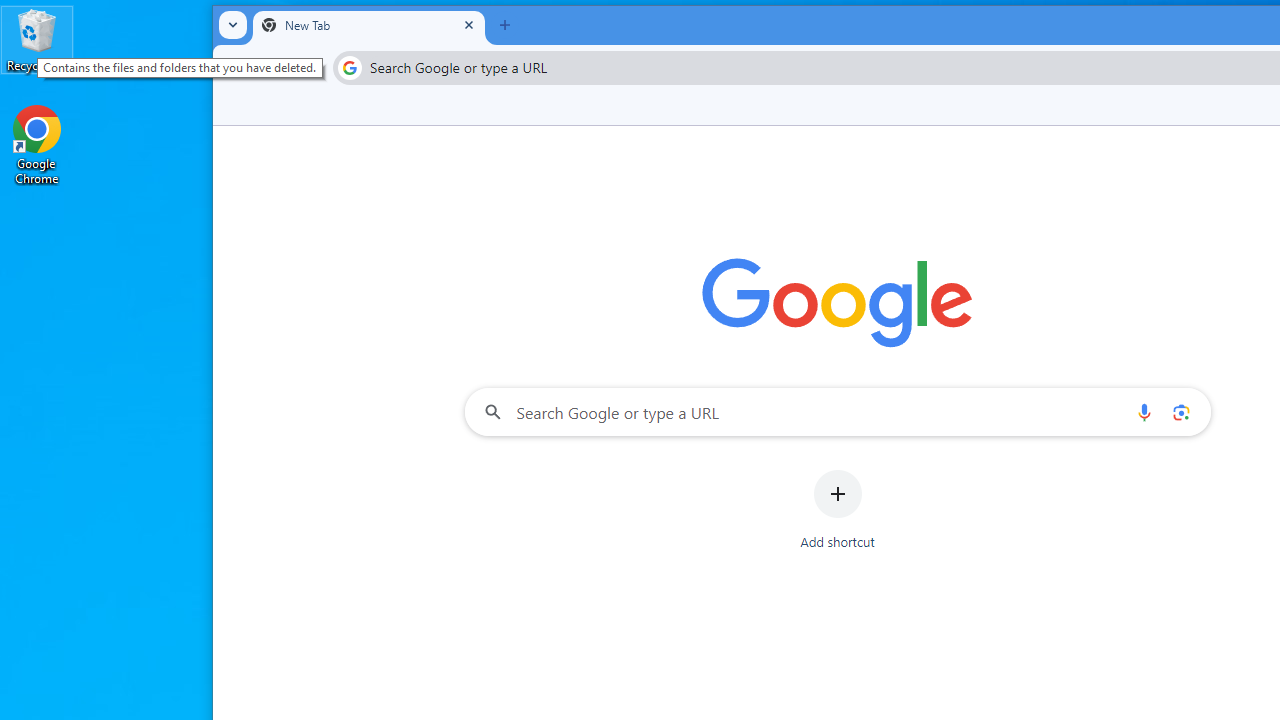 The width and height of the screenshot is (1280, 720). I want to click on 'Google Chrome', so click(37, 144).